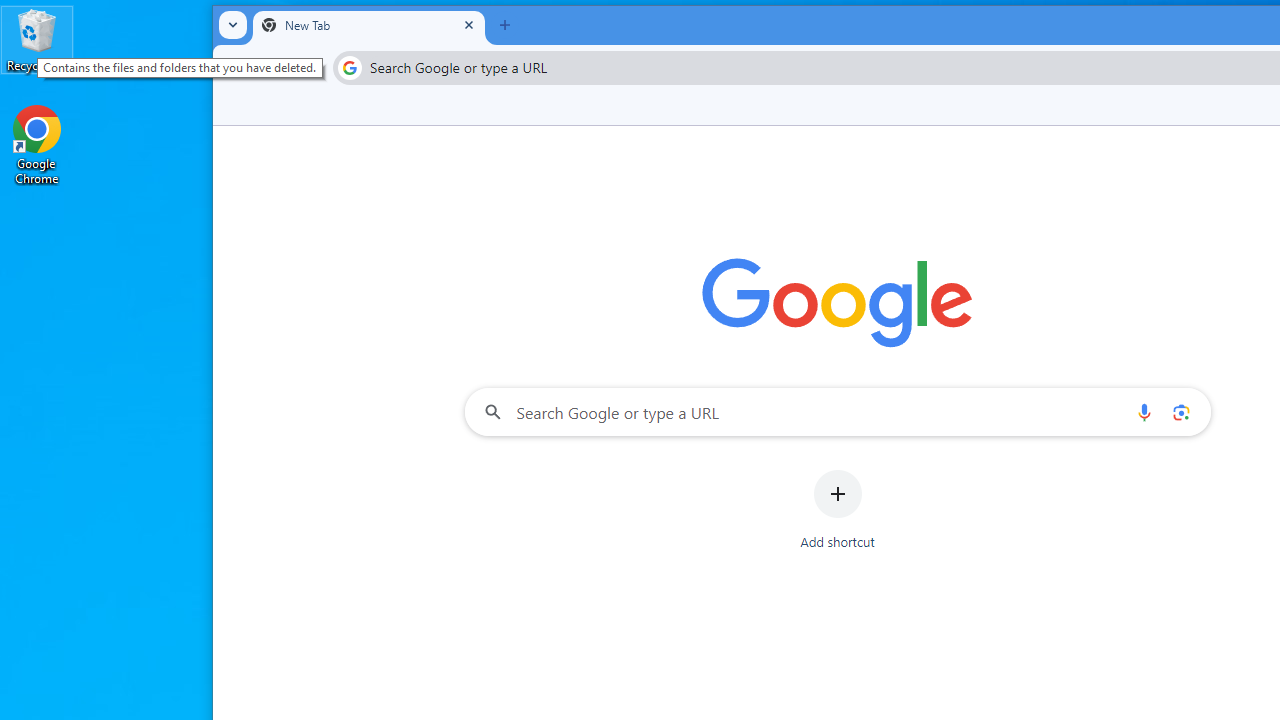 The width and height of the screenshot is (1280, 720). I want to click on 'Google Chrome', so click(37, 144).